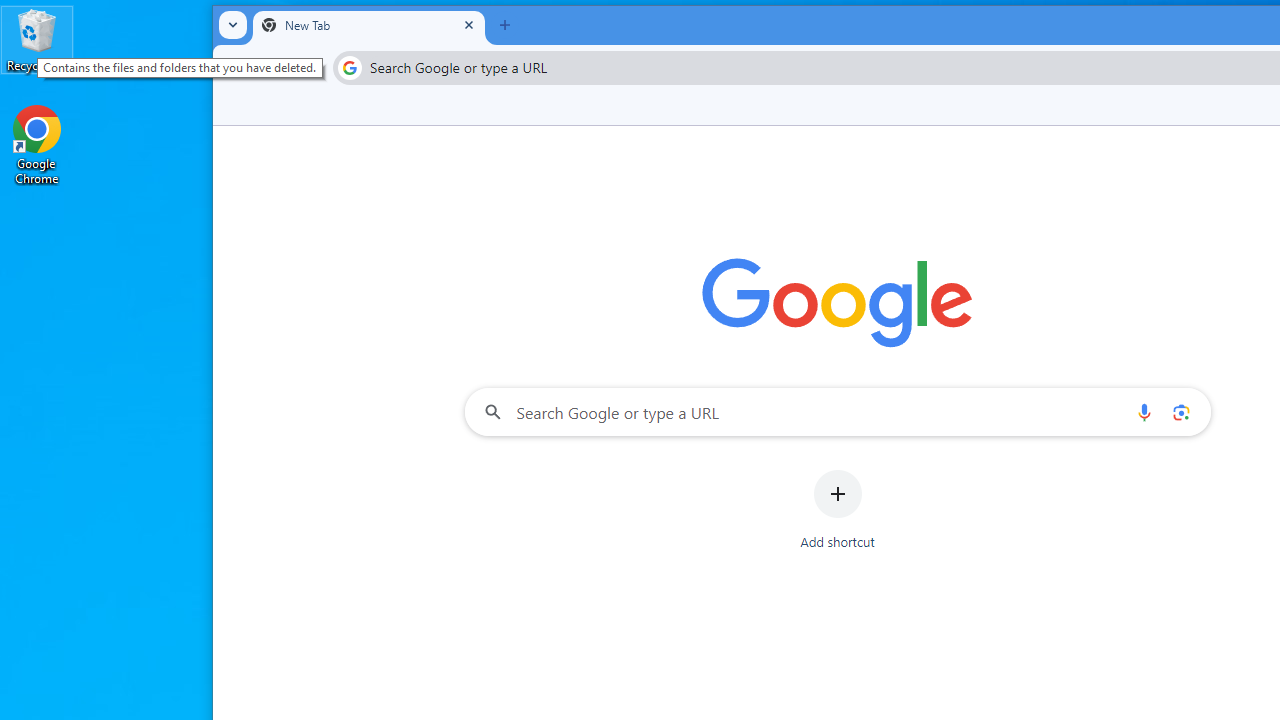 The width and height of the screenshot is (1280, 720). I want to click on 'Google Chrome', so click(37, 144).